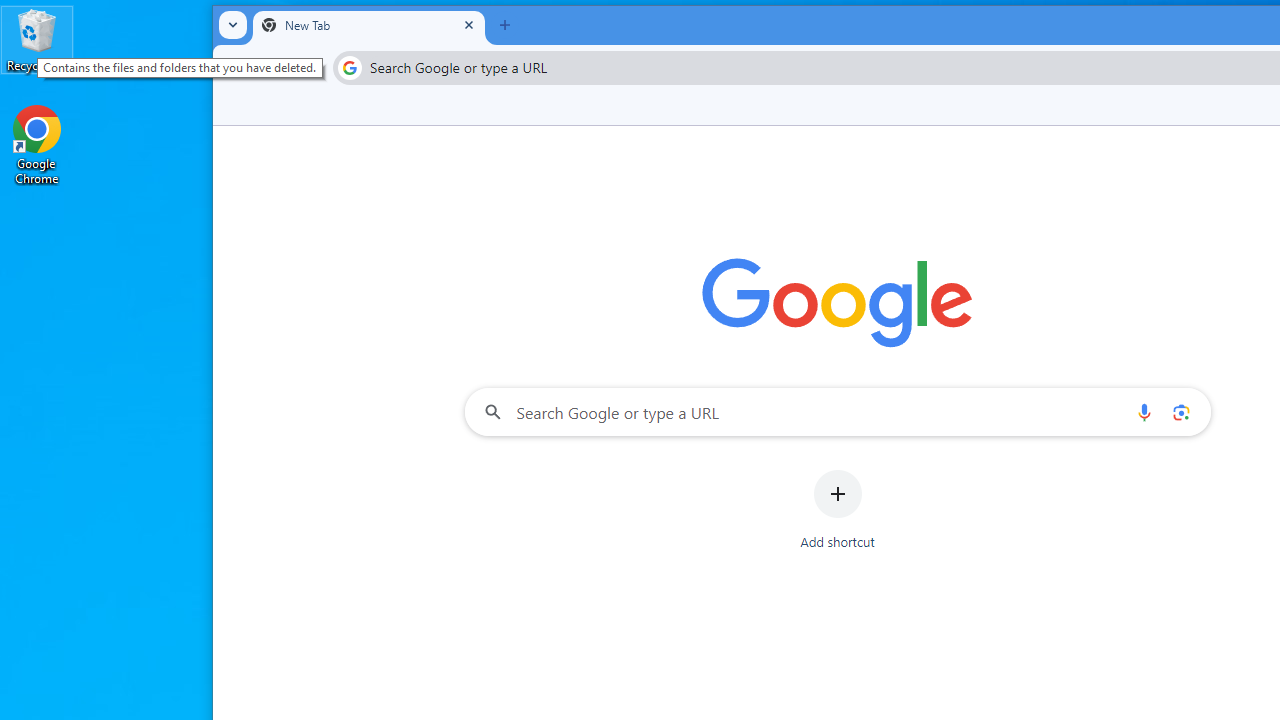 The width and height of the screenshot is (1280, 720). I want to click on 'Google Chrome', so click(37, 144).